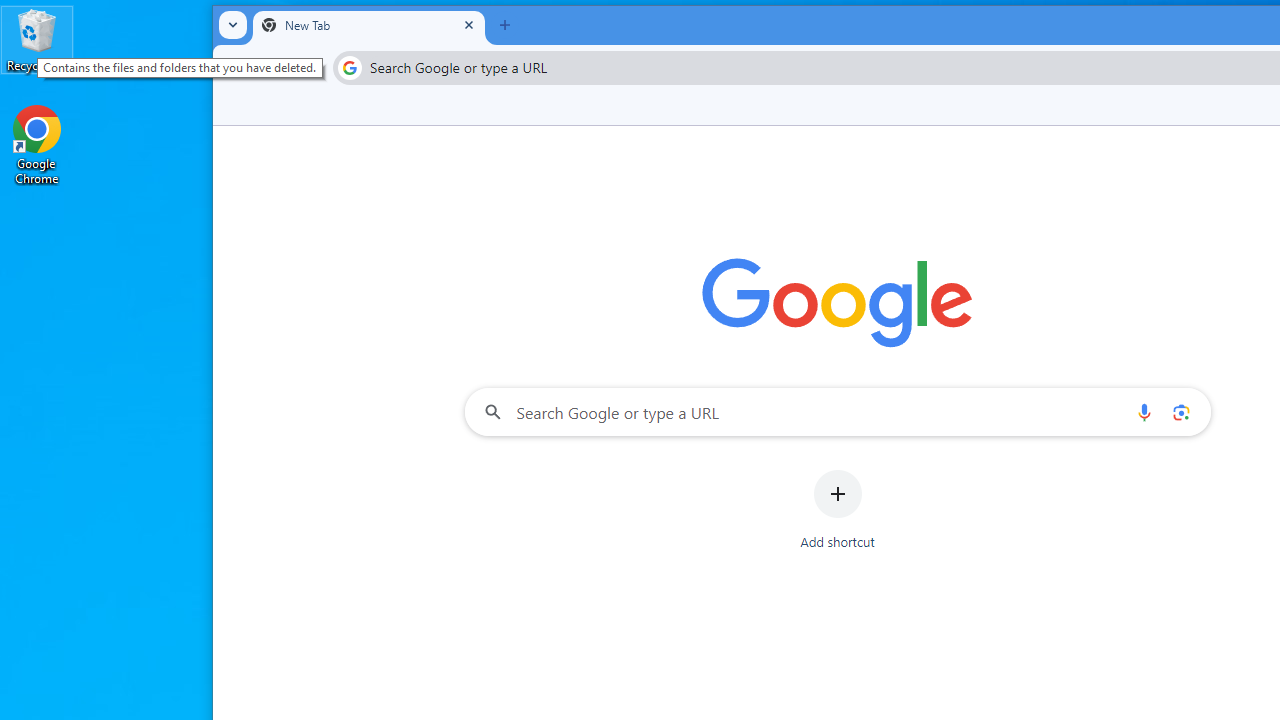 The width and height of the screenshot is (1280, 720). I want to click on 'Google Chrome', so click(37, 144).